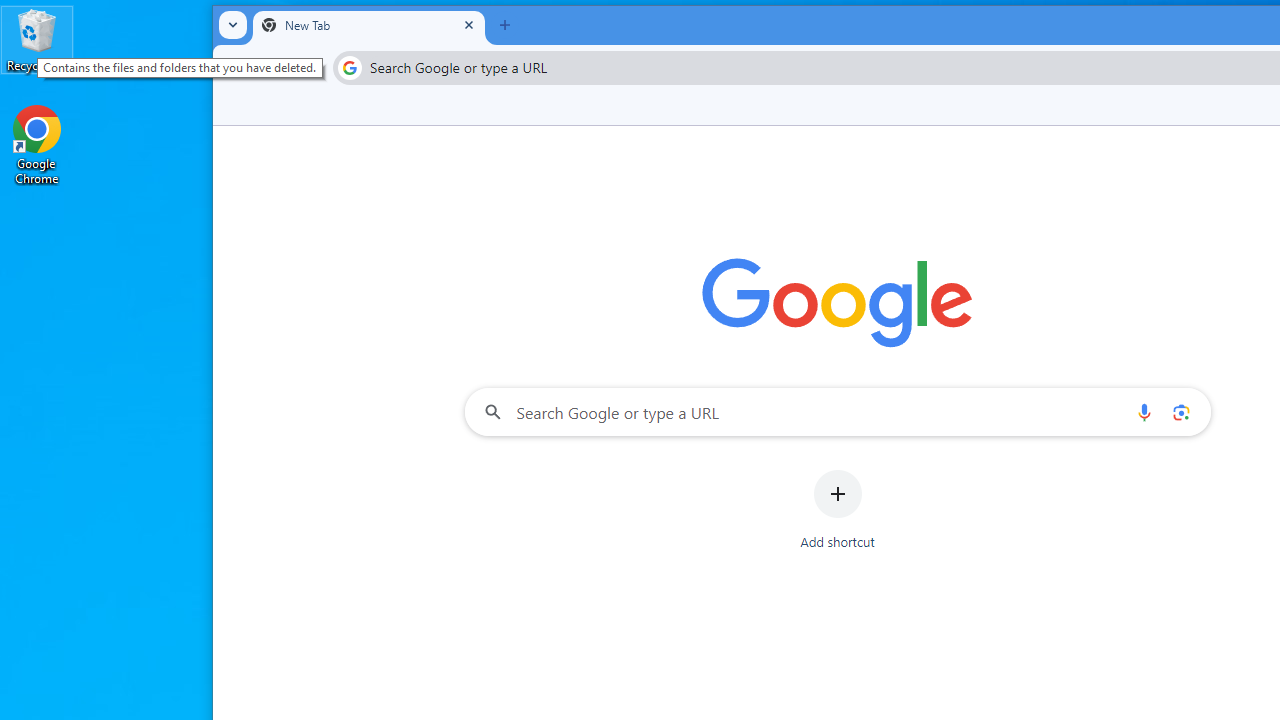 The width and height of the screenshot is (1280, 720). I want to click on 'Google Chrome', so click(37, 144).